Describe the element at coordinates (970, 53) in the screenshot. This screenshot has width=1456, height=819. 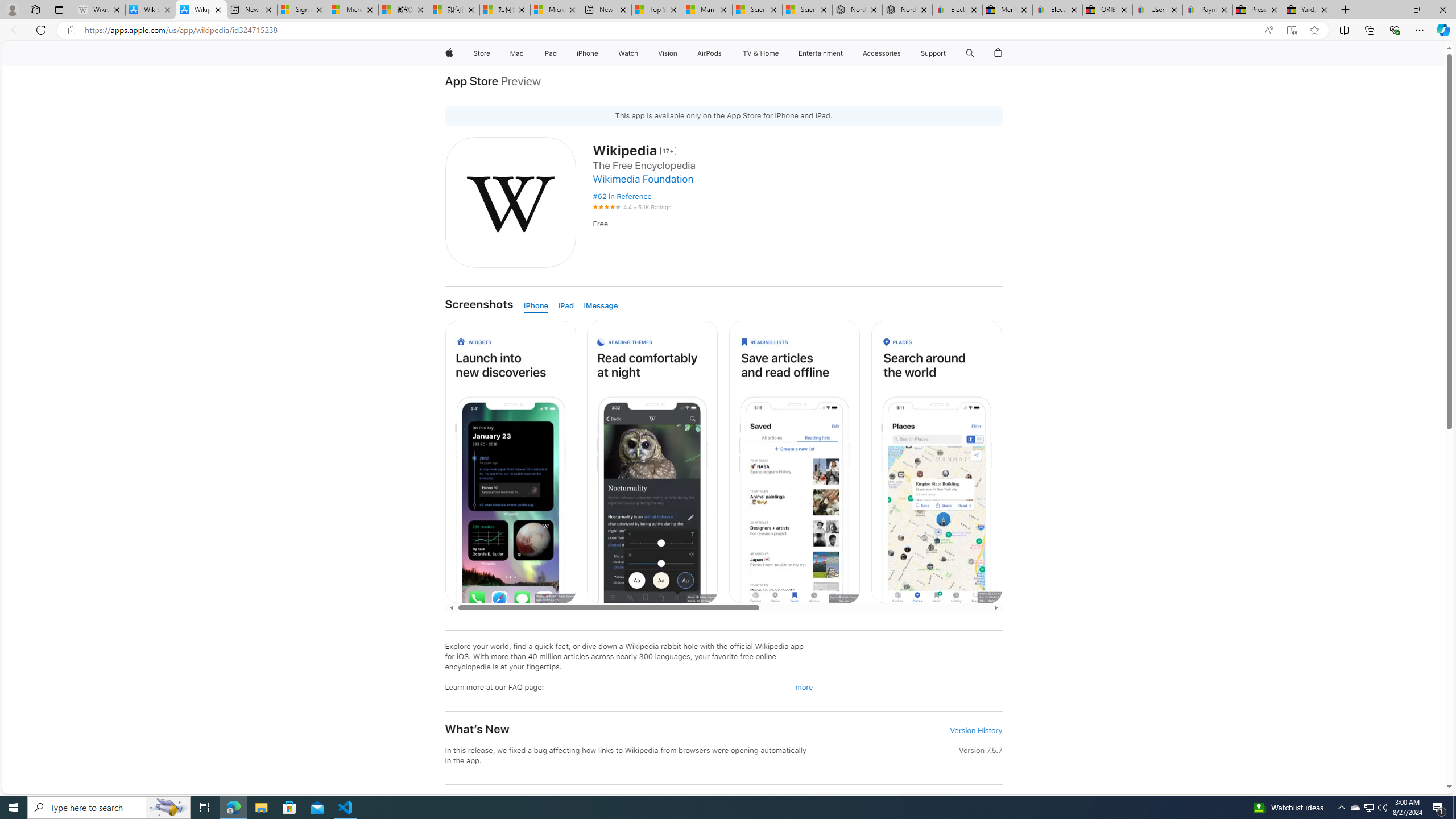
I see `'Class: globalnav-item globalnav-search shift-0-1'` at that location.